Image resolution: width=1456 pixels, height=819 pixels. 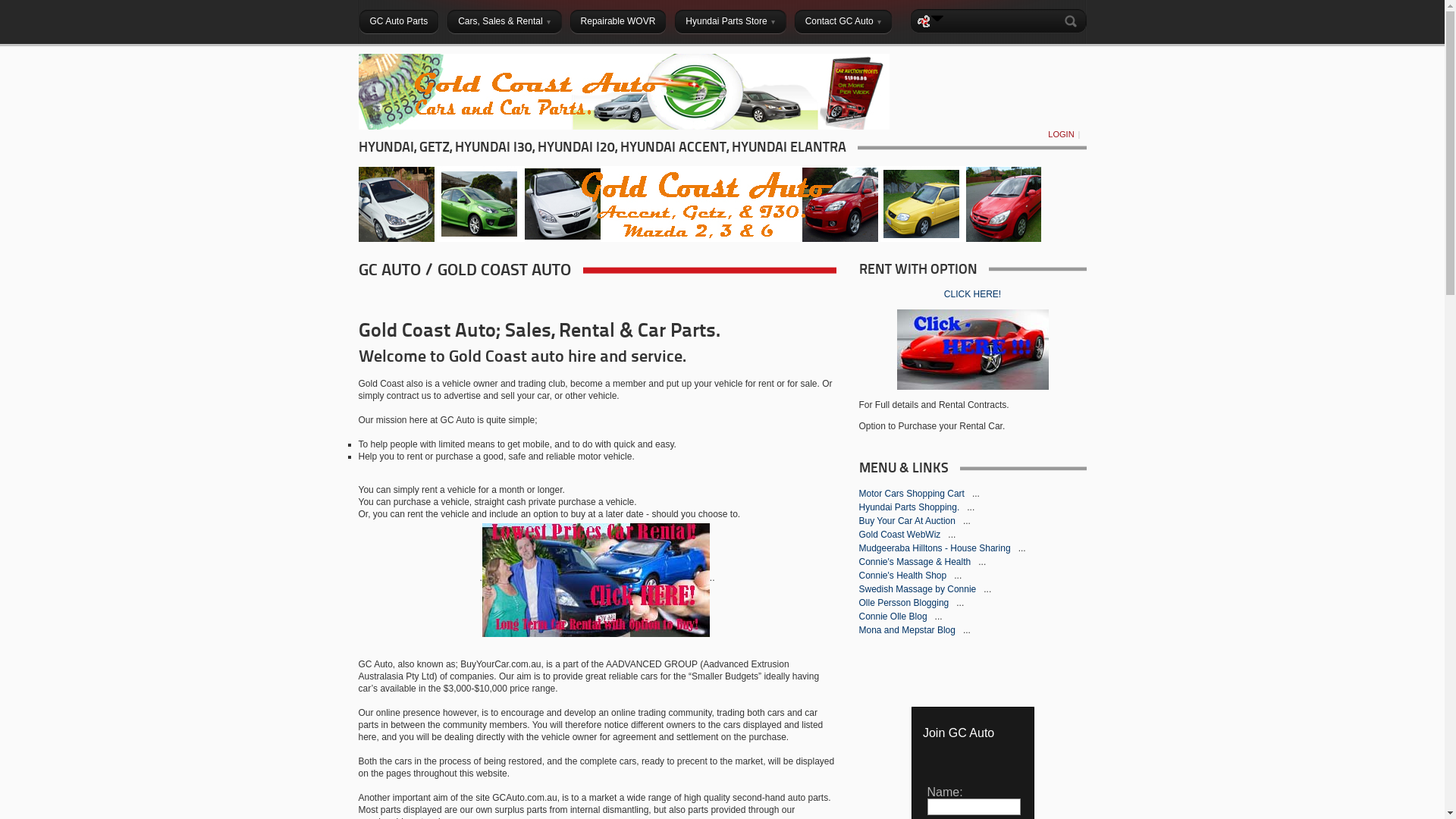 What do you see at coordinates (858, 601) in the screenshot?
I see `'Olle Persson Blogging'` at bounding box center [858, 601].